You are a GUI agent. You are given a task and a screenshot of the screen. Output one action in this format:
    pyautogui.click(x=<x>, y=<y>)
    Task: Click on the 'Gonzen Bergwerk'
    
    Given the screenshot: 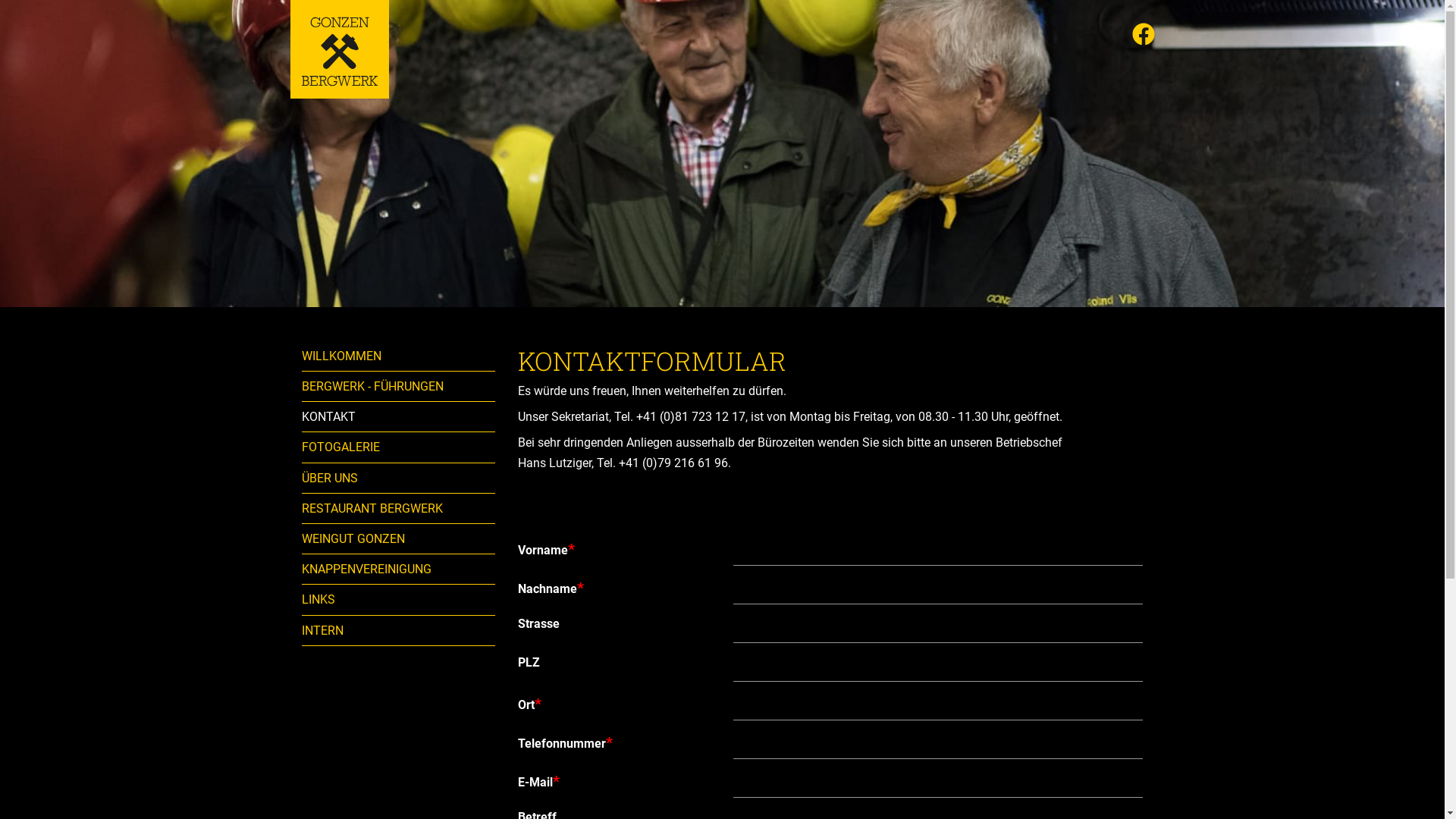 What is the action you would take?
    pyautogui.click(x=290, y=49)
    